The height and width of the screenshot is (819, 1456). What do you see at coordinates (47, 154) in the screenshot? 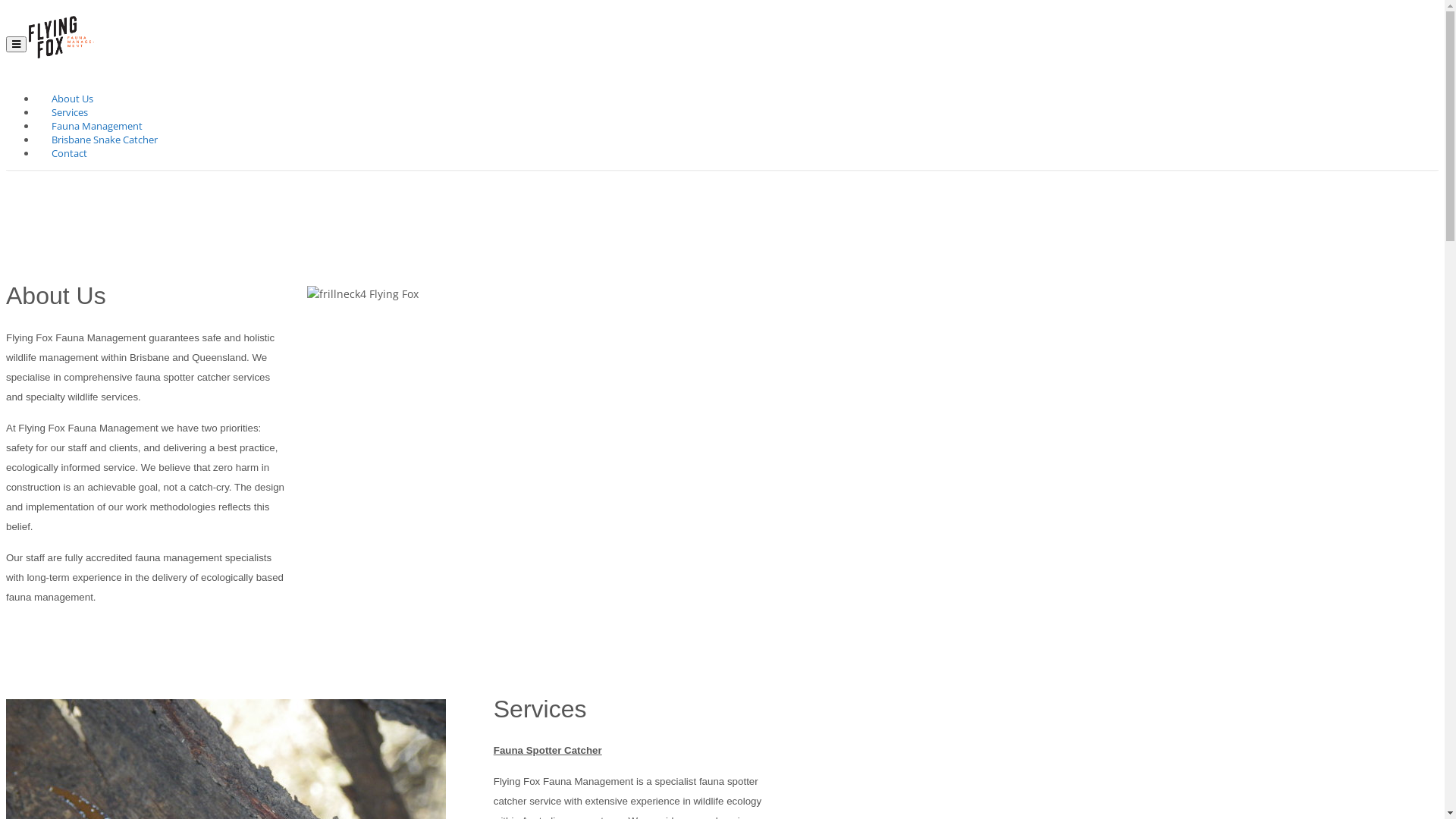
I see `'Contact'` at bounding box center [47, 154].